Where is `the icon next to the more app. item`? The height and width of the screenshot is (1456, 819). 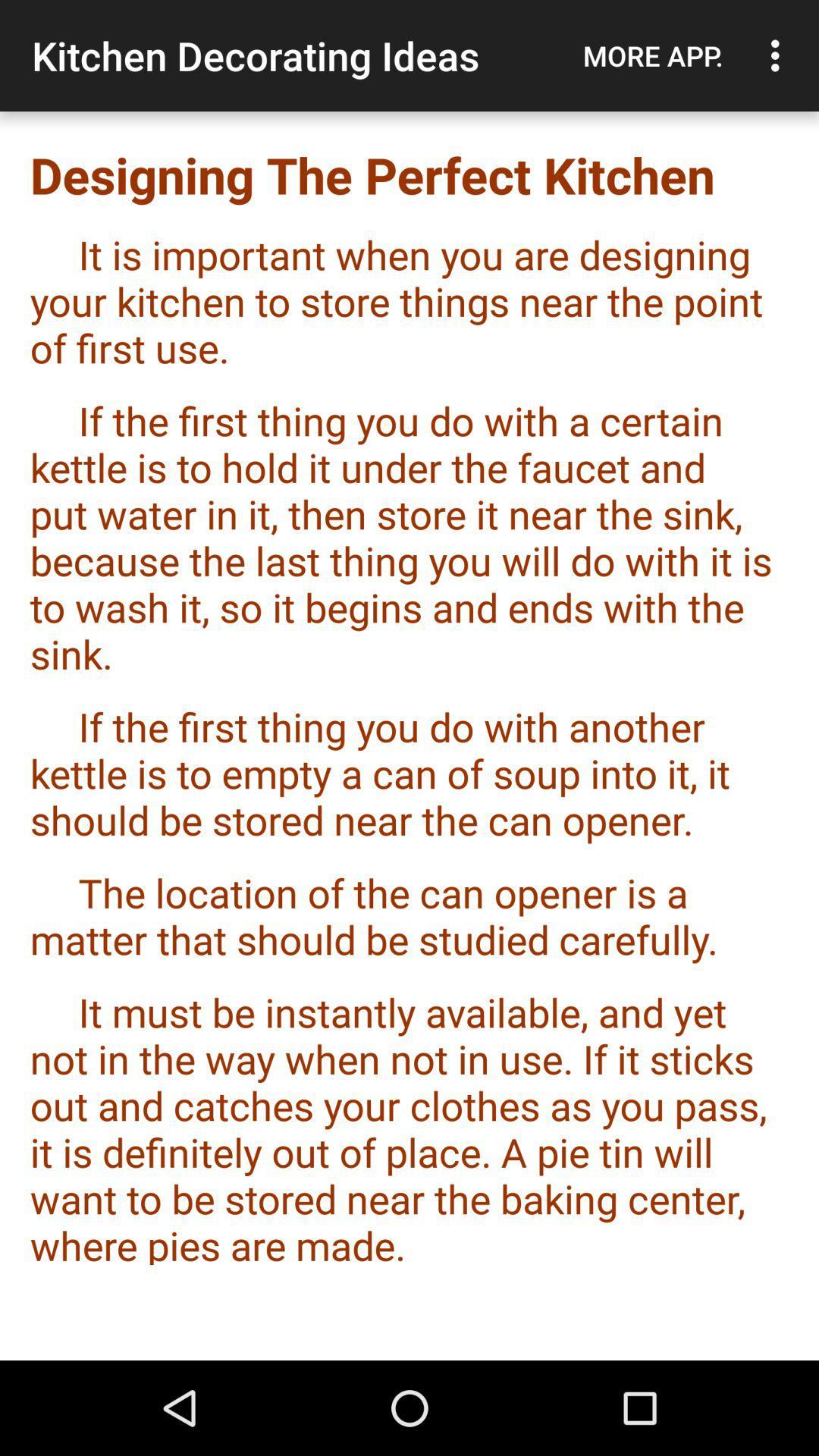
the icon next to the more app. item is located at coordinates (779, 55).